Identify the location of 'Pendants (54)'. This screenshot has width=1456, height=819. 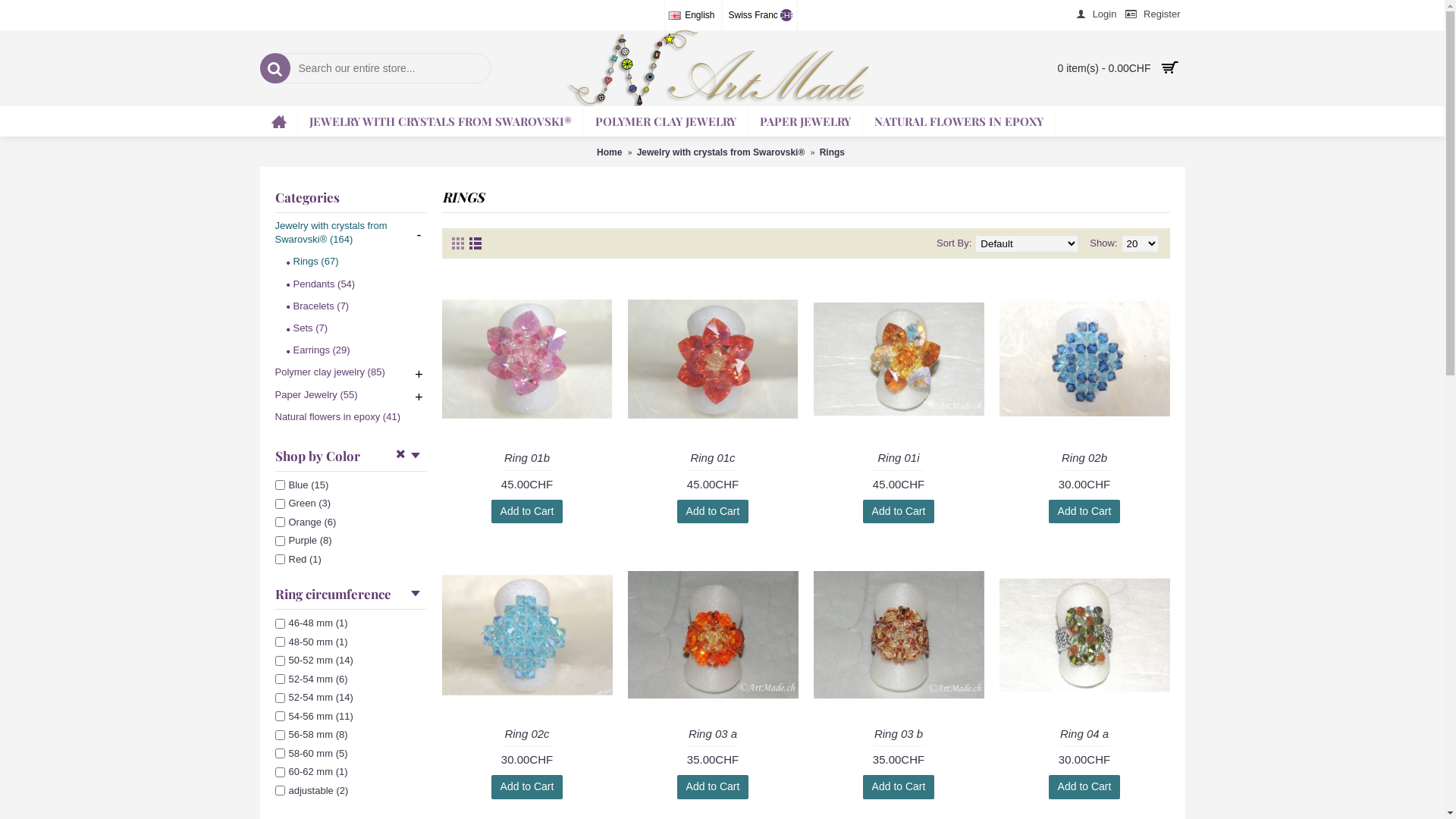
(349, 282).